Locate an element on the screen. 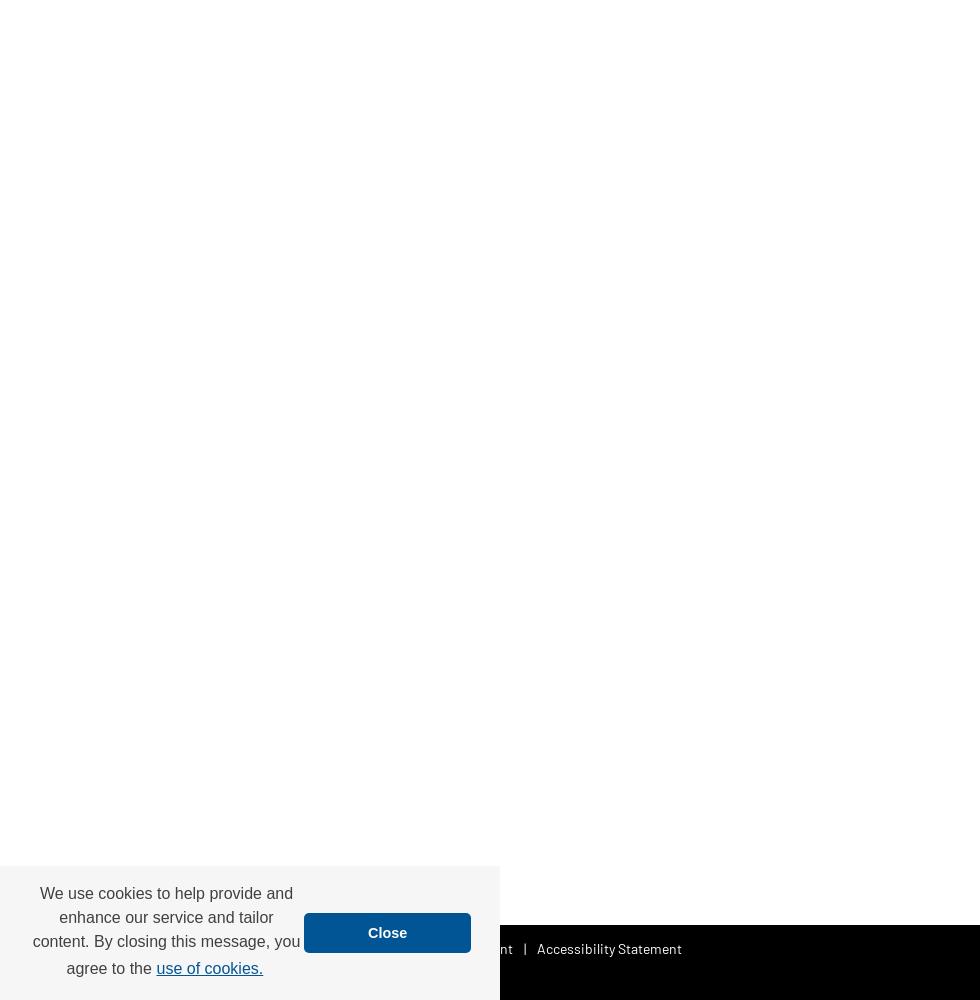 The height and width of the screenshot is (1000, 980). 'Accessibility Statement' is located at coordinates (609, 946).